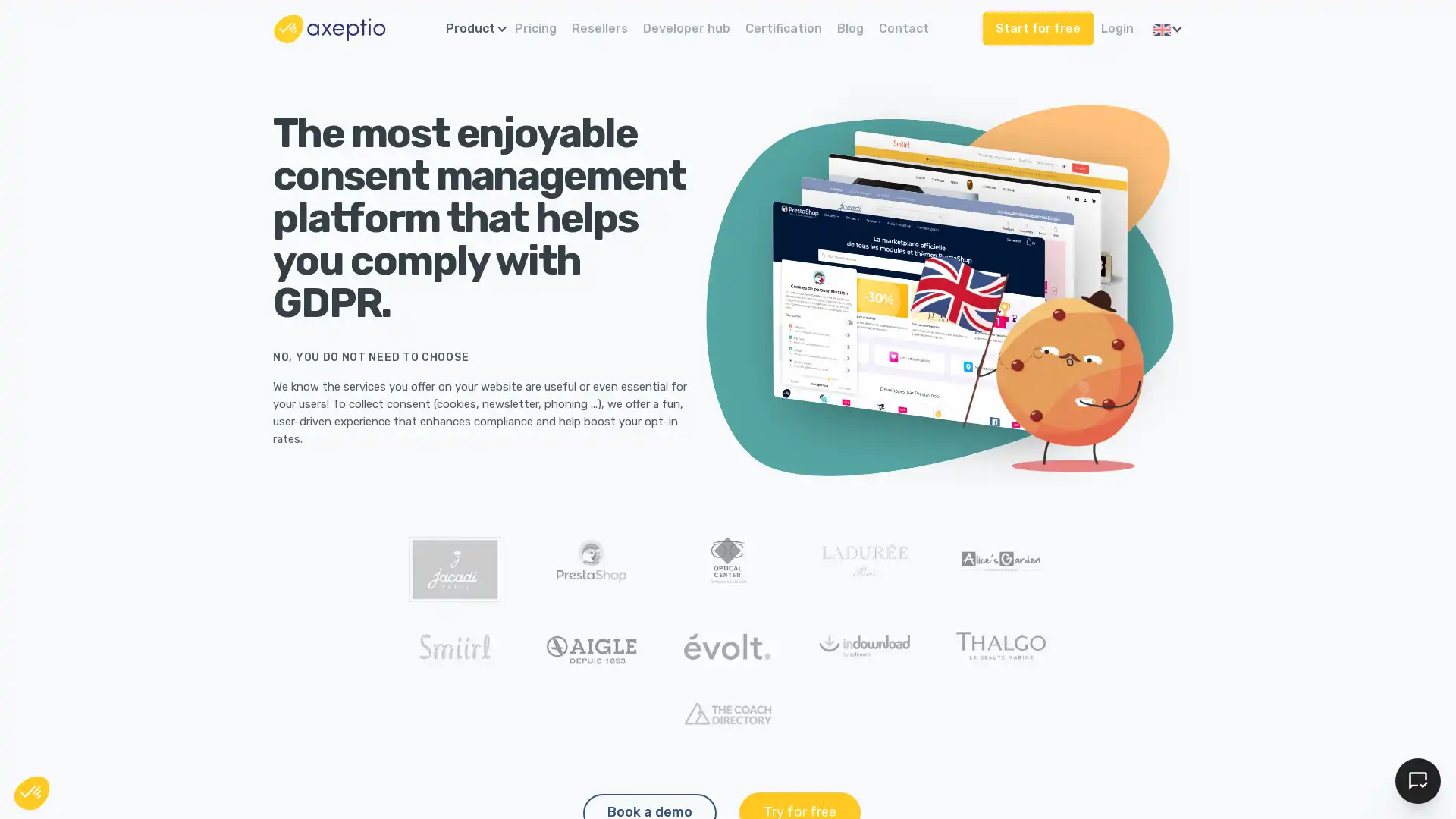 The image size is (1456, 819). I want to click on Accept Cookies, so click(1417, 780).